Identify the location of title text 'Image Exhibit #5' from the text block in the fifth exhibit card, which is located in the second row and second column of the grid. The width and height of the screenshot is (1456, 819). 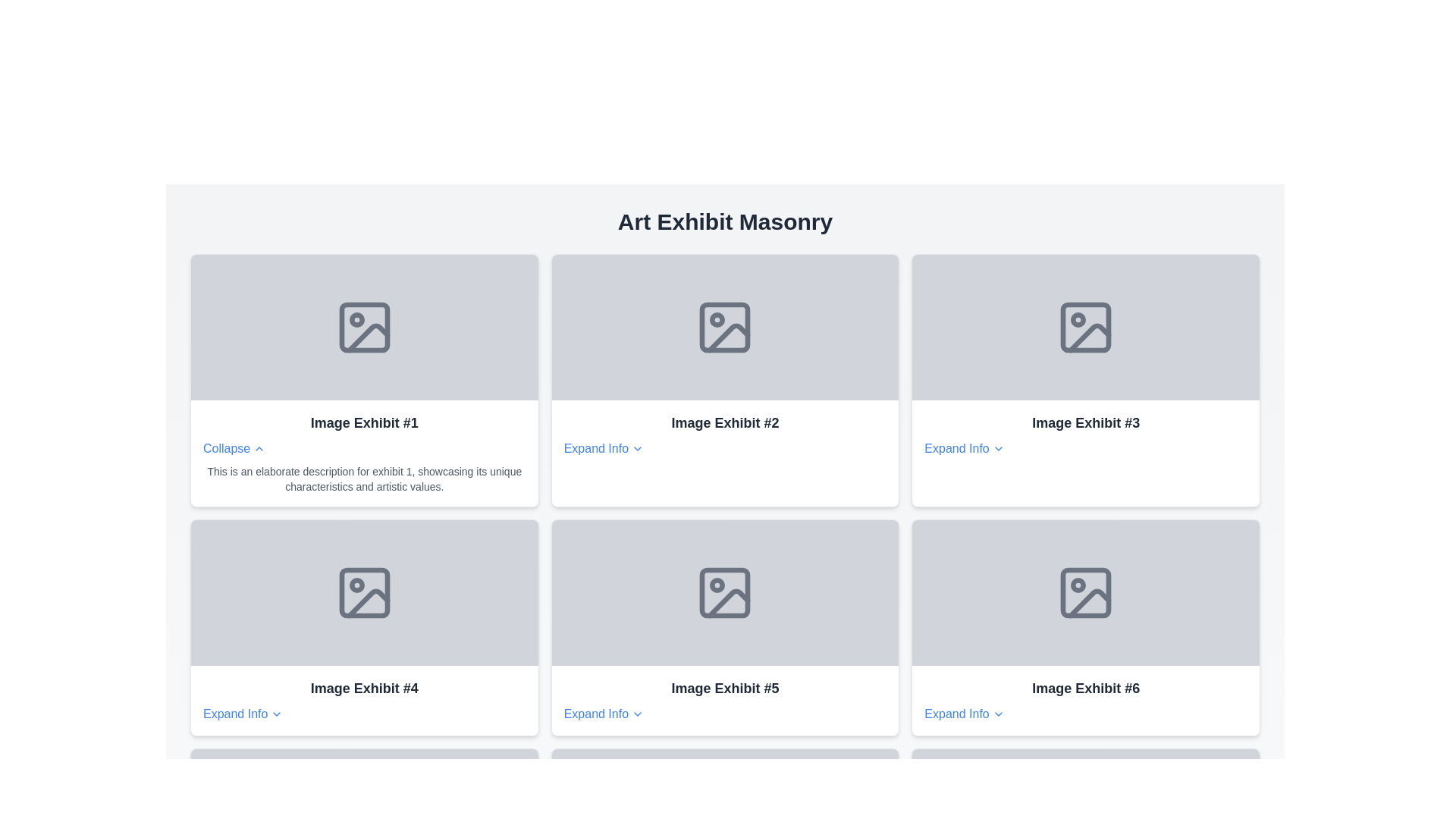
(724, 701).